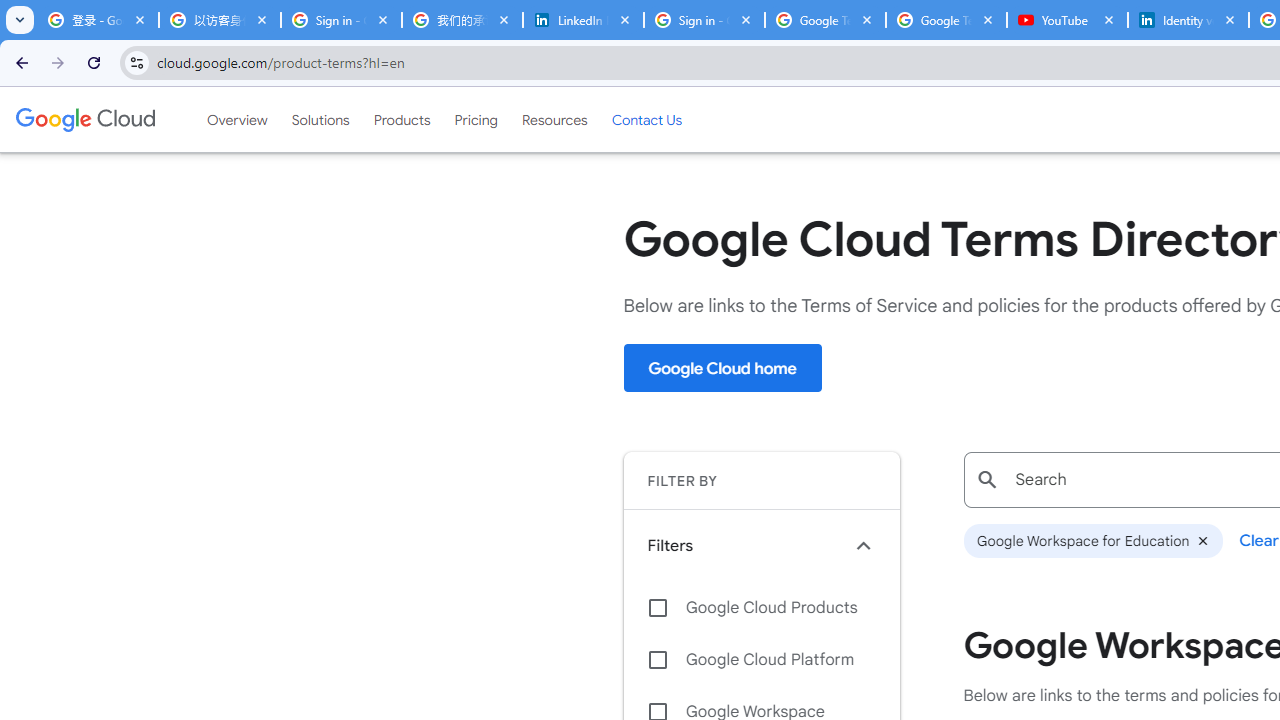 This screenshot has height=720, width=1280. Describe the element at coordinates (721, 367) in the screenshot. I see `'Google Cloud home'` at that location.